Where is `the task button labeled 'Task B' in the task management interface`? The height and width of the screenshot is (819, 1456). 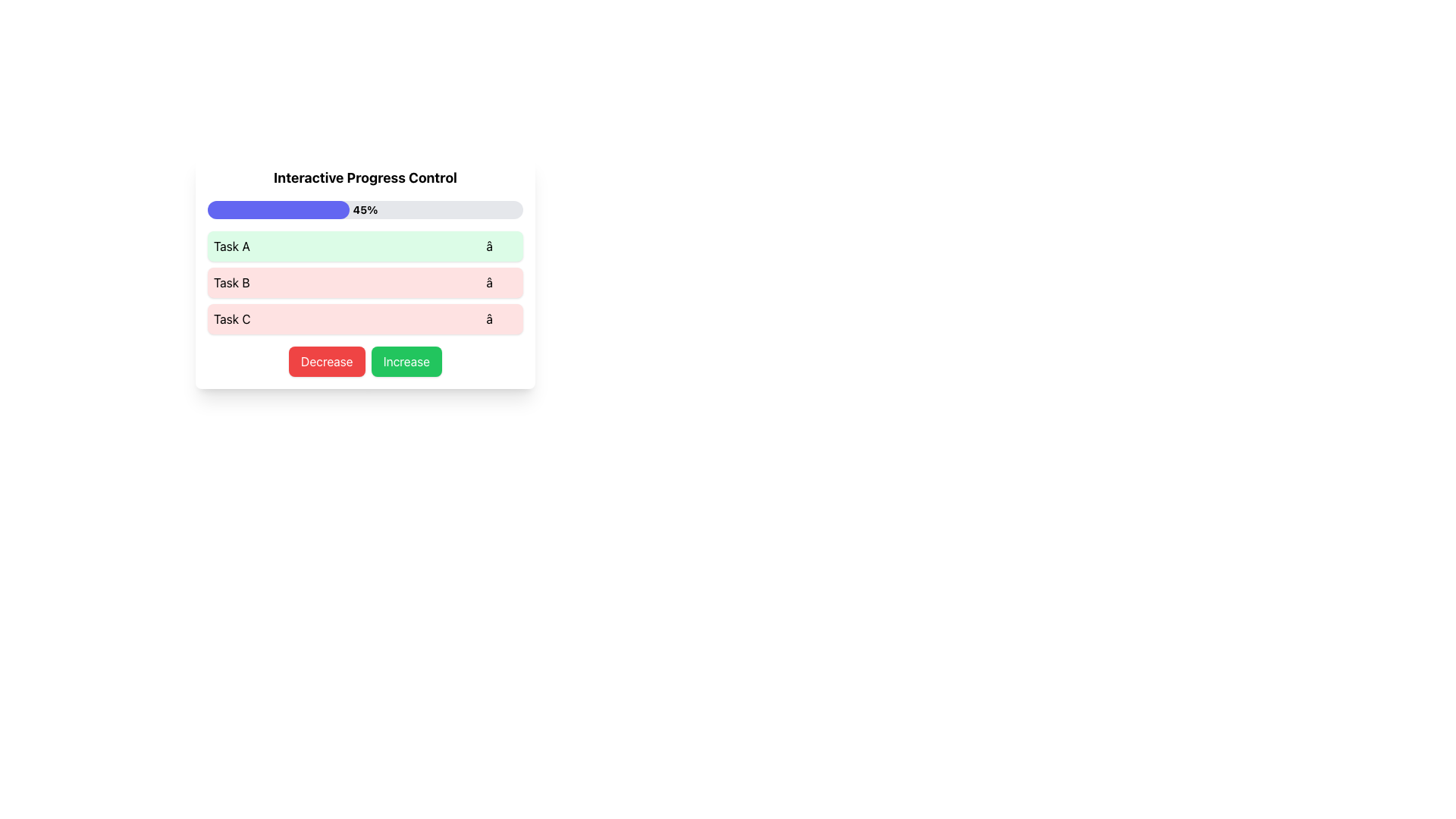 the task button labeled 'Task B' in the task management interface is located at coordinates (365, 283).